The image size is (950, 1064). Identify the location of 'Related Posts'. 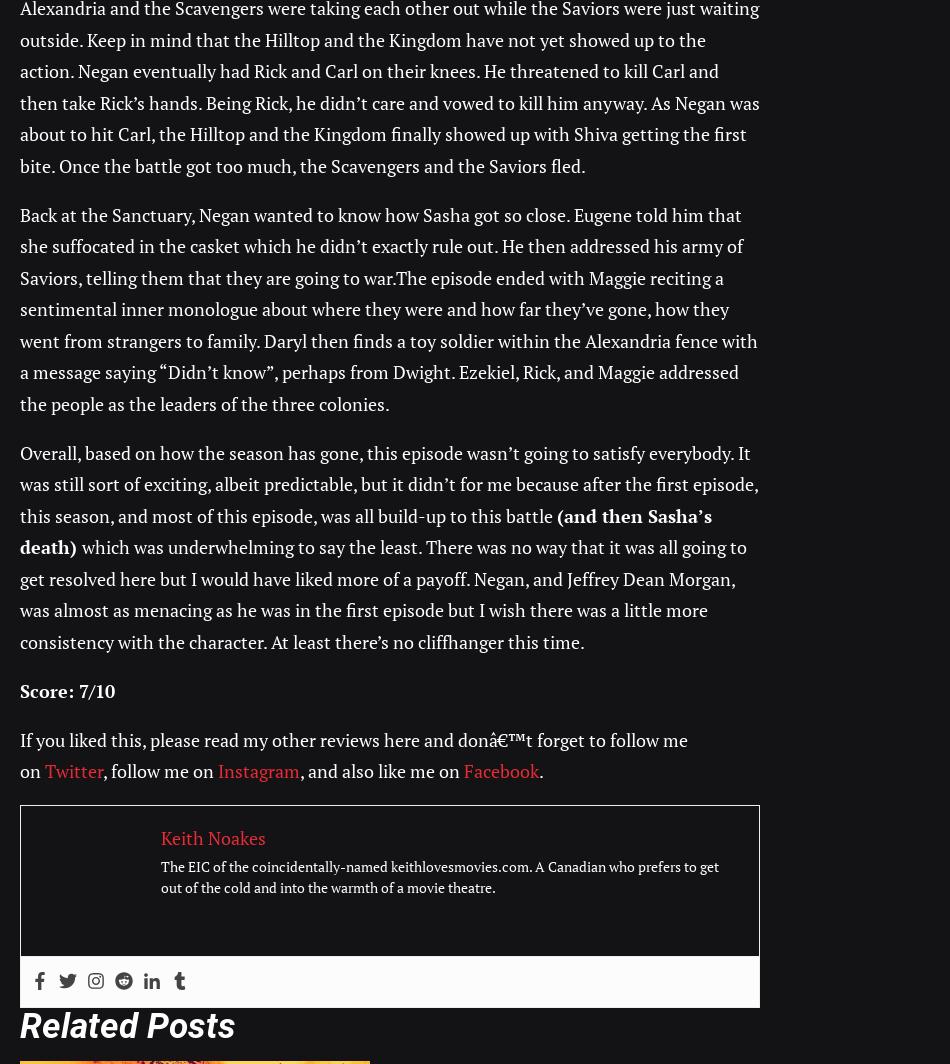
(20, 1026).